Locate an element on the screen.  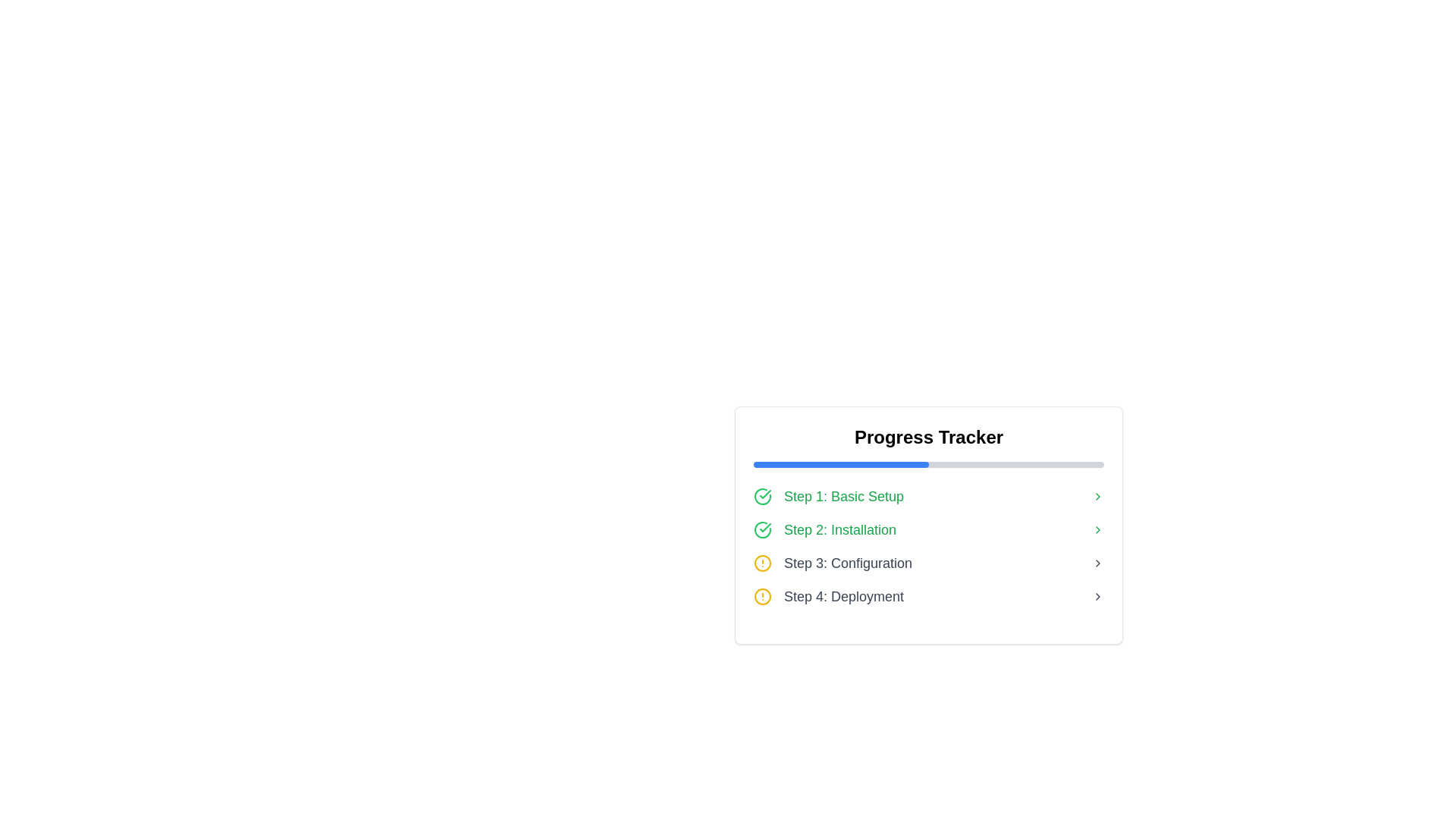
the right-pointing chevron icon located next to the text 'Step 2: Installation' in the progress tracker is located at coordinates (1098, 529).